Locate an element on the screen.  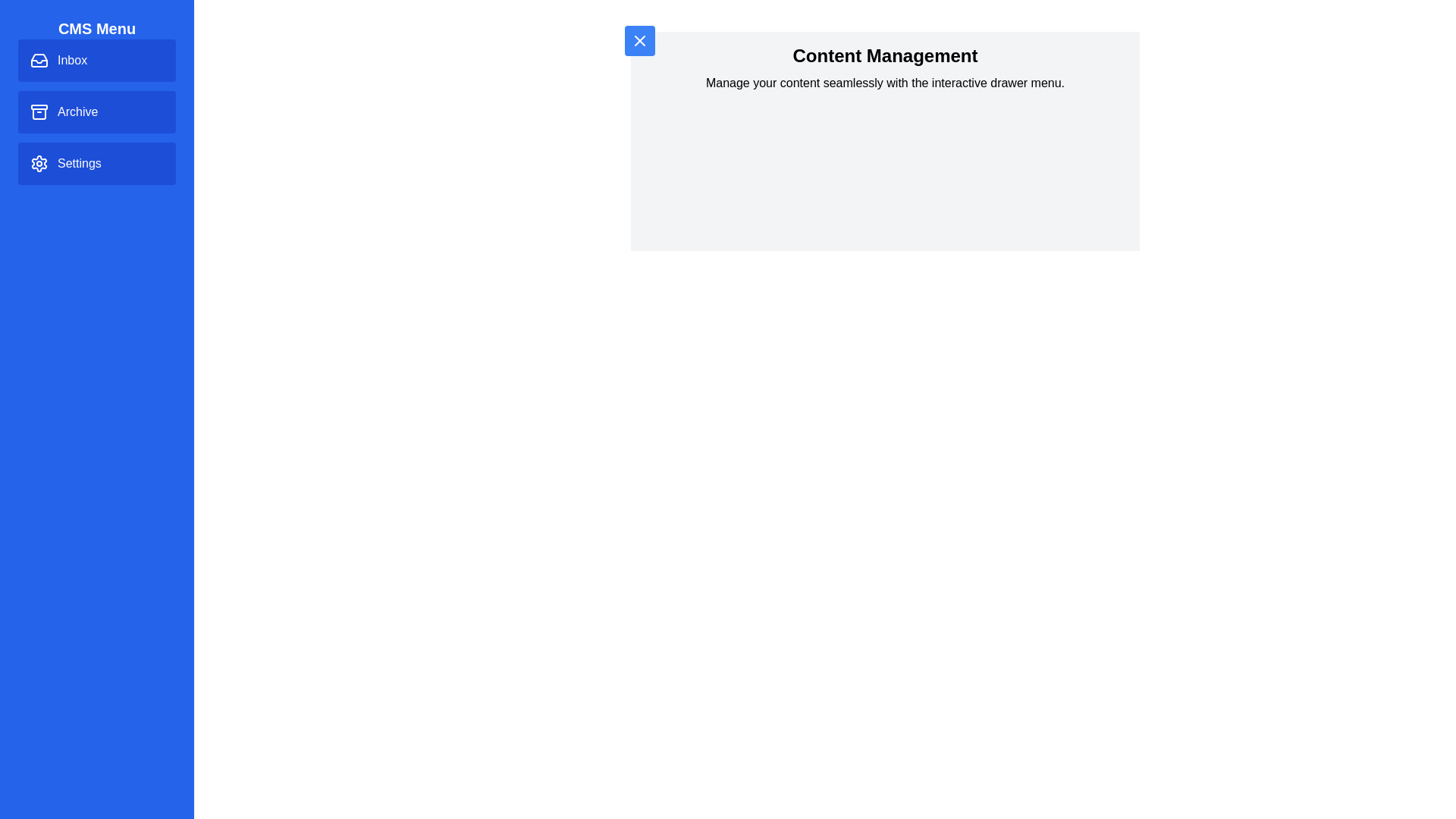
the menu item labeled Inbox to observe the hover effect is located at coordinates (96, 60).